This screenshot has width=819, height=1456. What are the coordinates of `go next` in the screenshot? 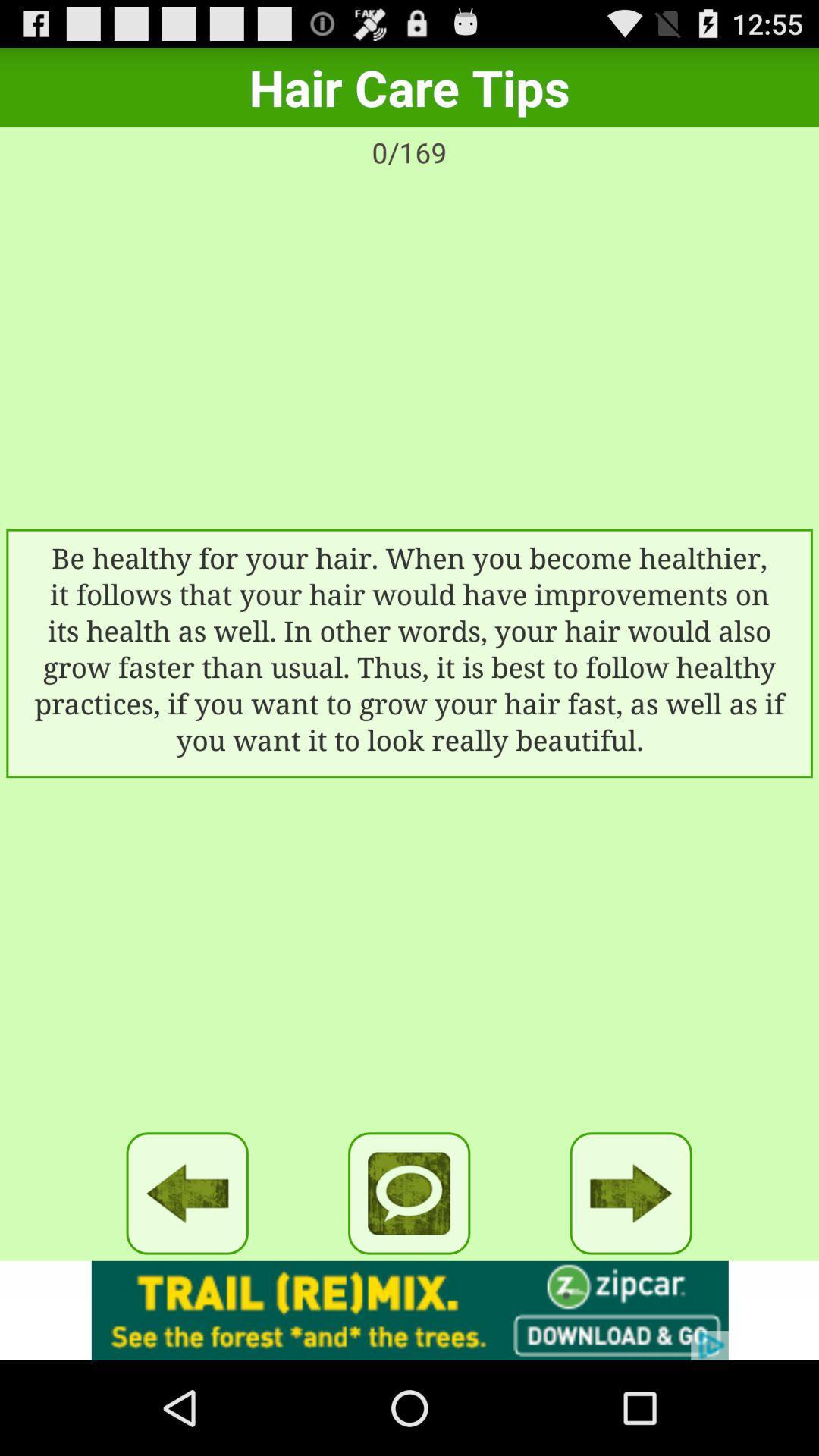 It's located at (631, 1192).